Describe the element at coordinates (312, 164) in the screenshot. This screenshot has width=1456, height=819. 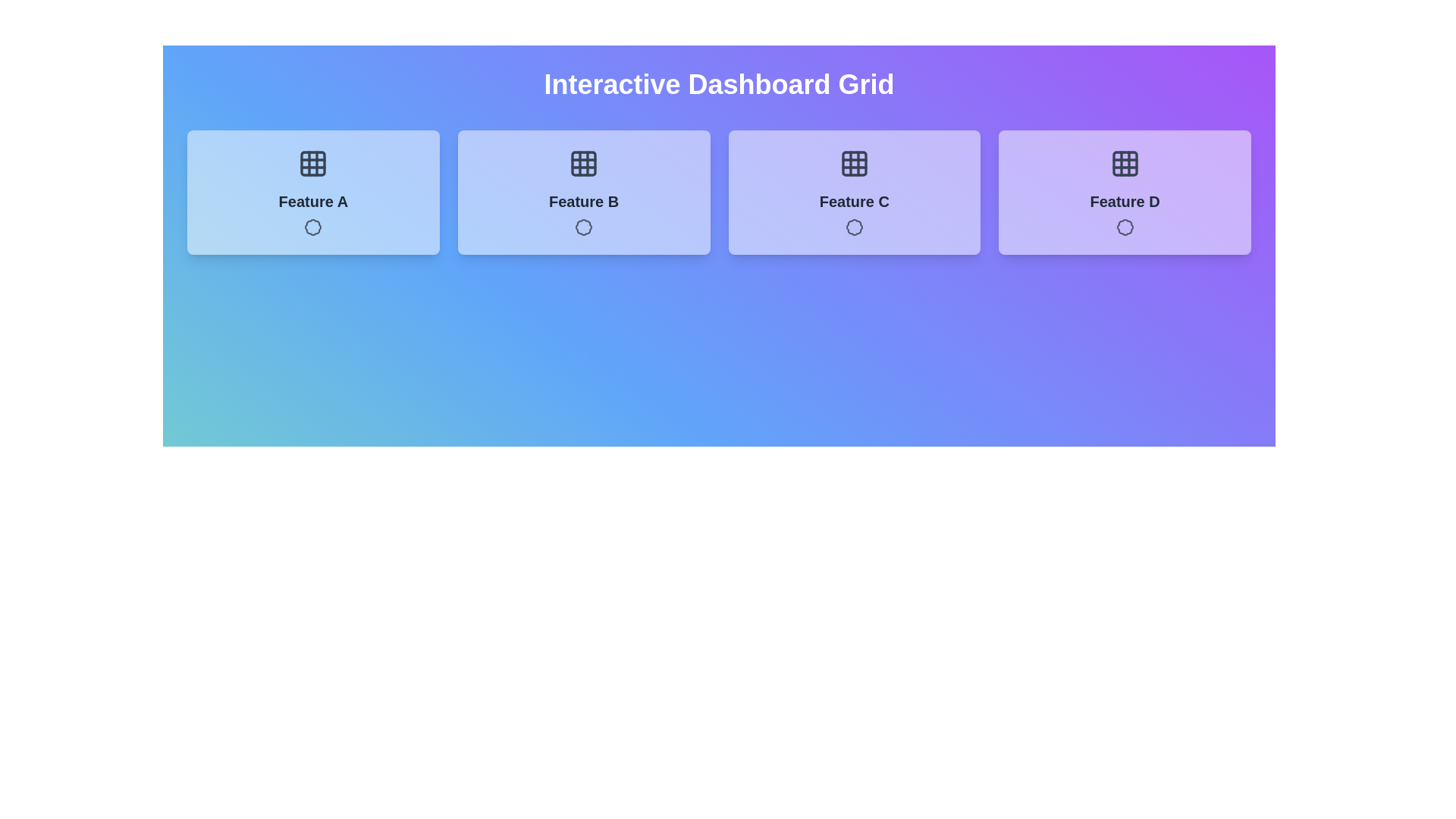
I see `the 3x3 grid icon with rounded corners, which is located within the blue card labeled 'Feature A' at the top of the interface` at that location.